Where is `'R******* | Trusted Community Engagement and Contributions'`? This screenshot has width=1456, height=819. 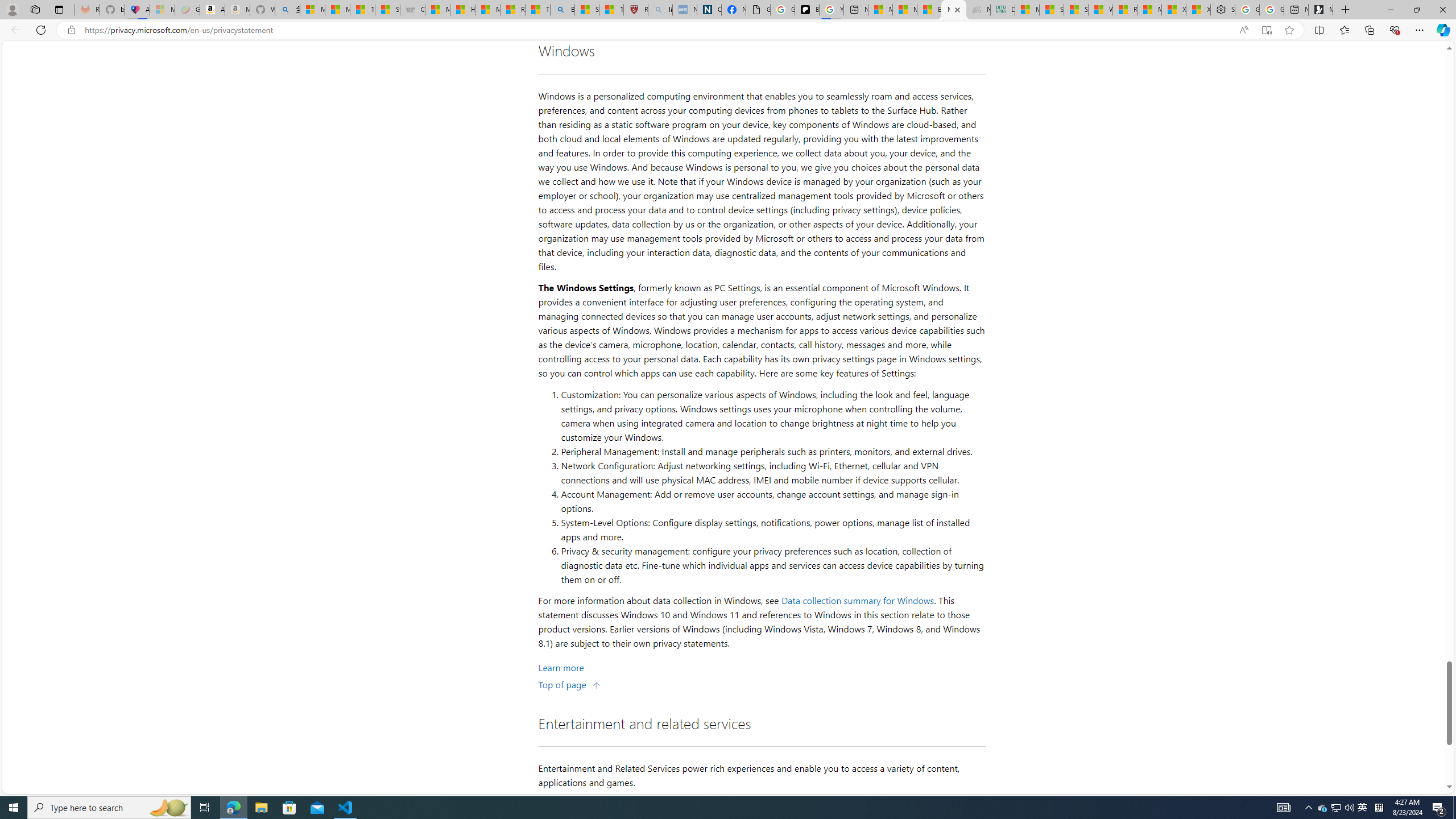
'R******* | Trusted Community Engagement and Contributions' is located at coordinates (1124, 9).